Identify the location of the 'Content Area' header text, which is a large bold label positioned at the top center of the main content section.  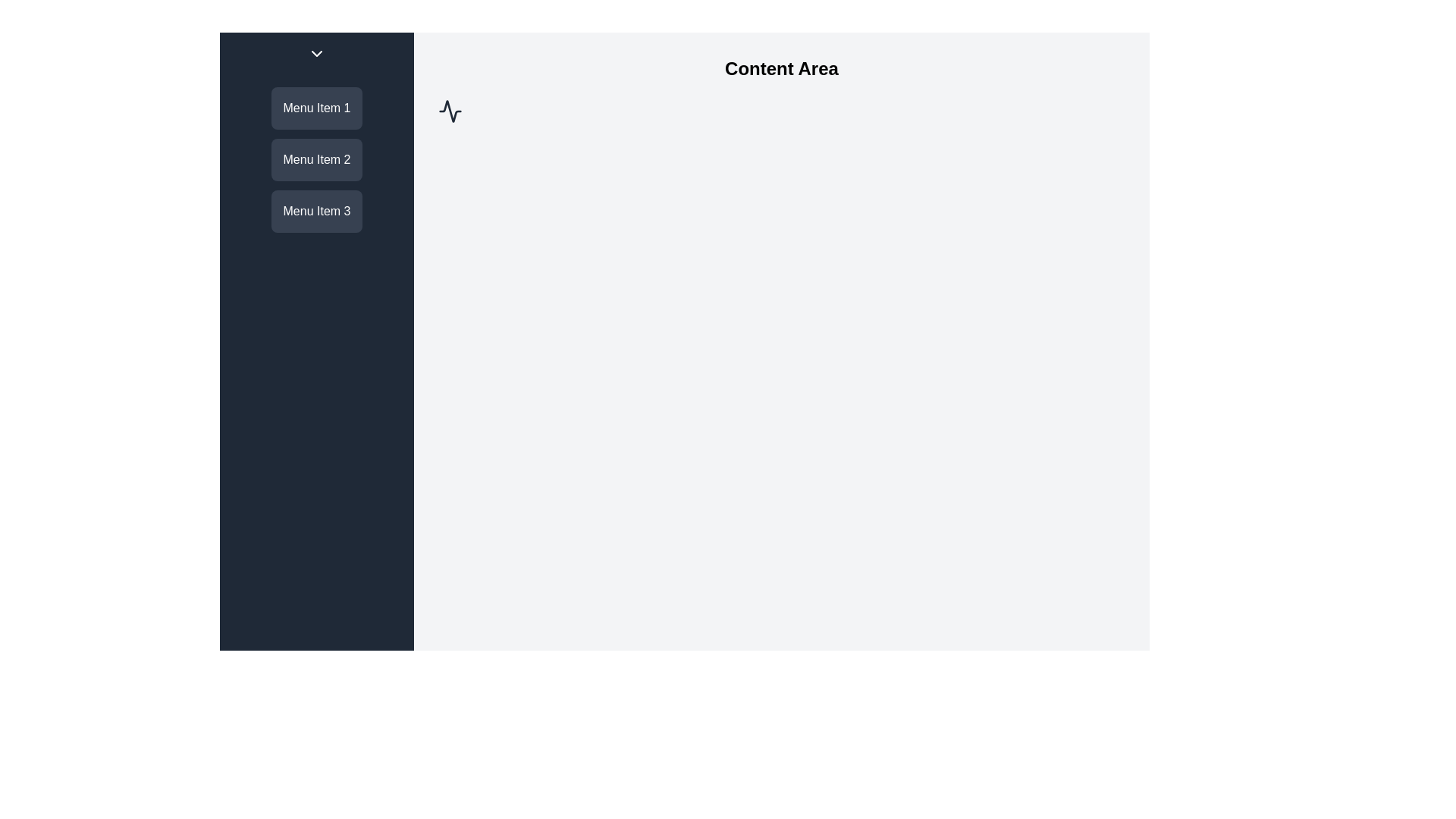
(782, 69).